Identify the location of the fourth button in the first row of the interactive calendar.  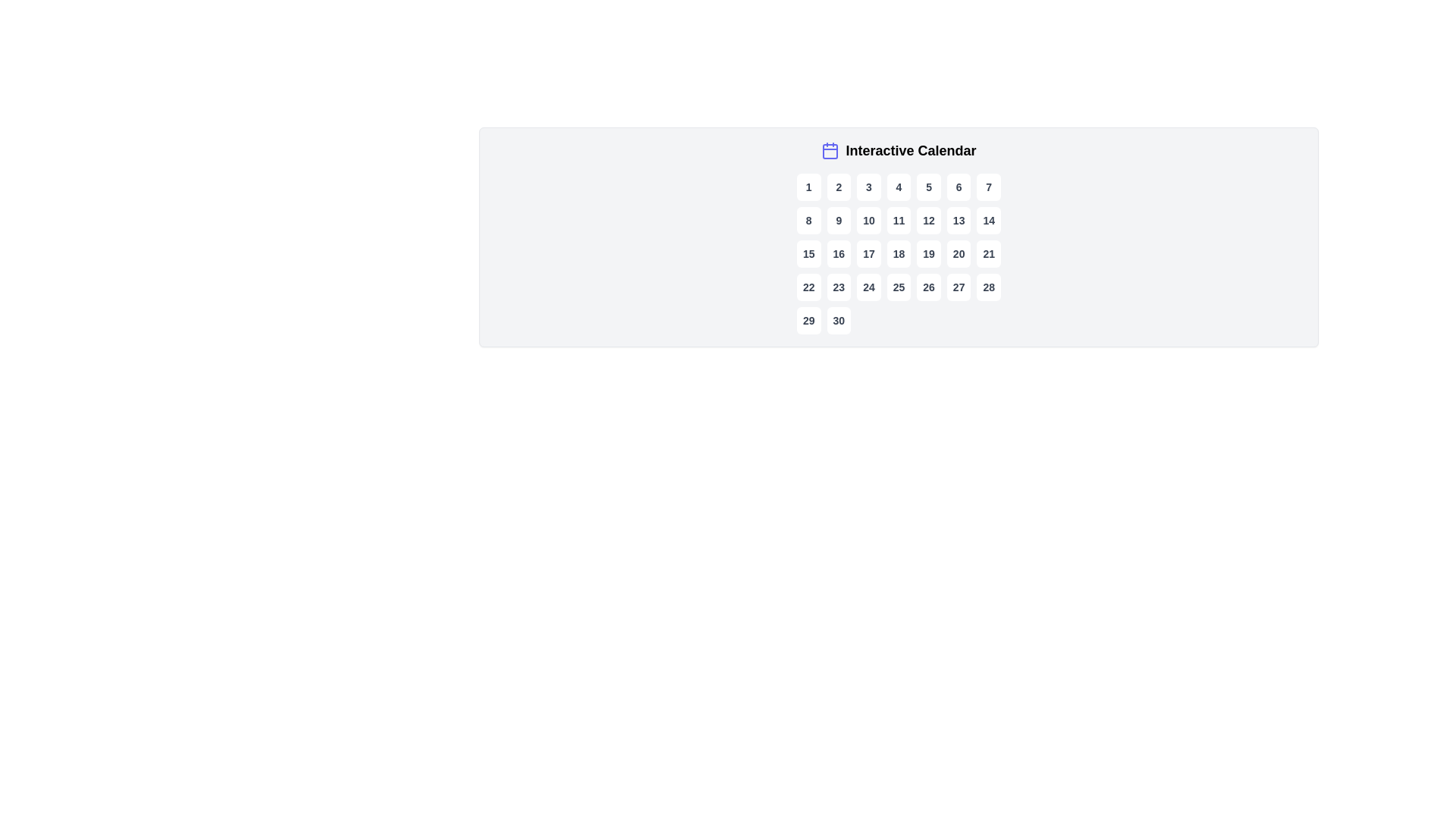
(899, 186).